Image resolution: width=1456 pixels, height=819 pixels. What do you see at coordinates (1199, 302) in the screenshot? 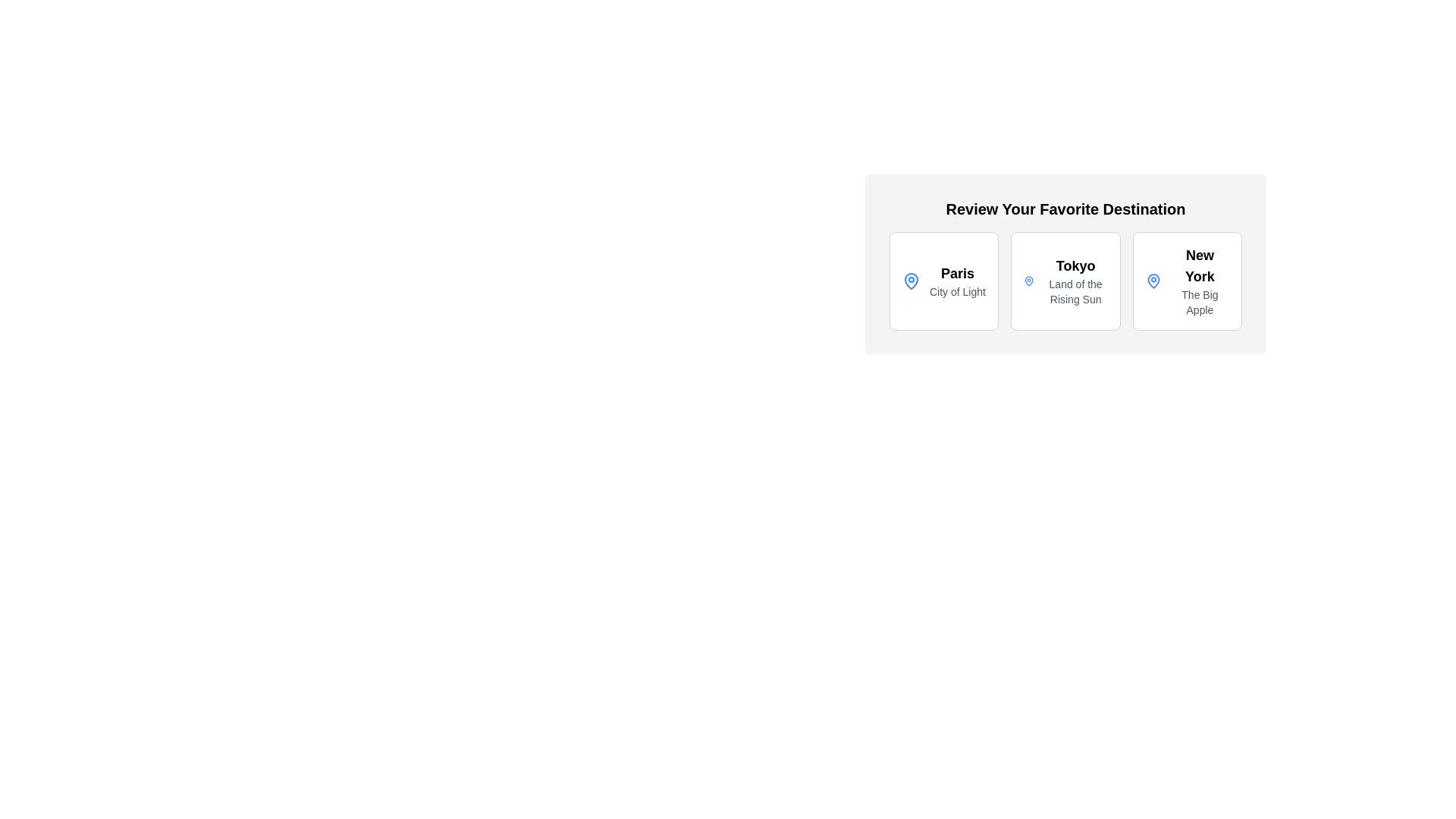
I see `text content of the label displaying 'The Big Apple', which is a smaller, gray-colored font positioned underneath 'New York' in the rightmost card` at bounding box center [1199, 302].